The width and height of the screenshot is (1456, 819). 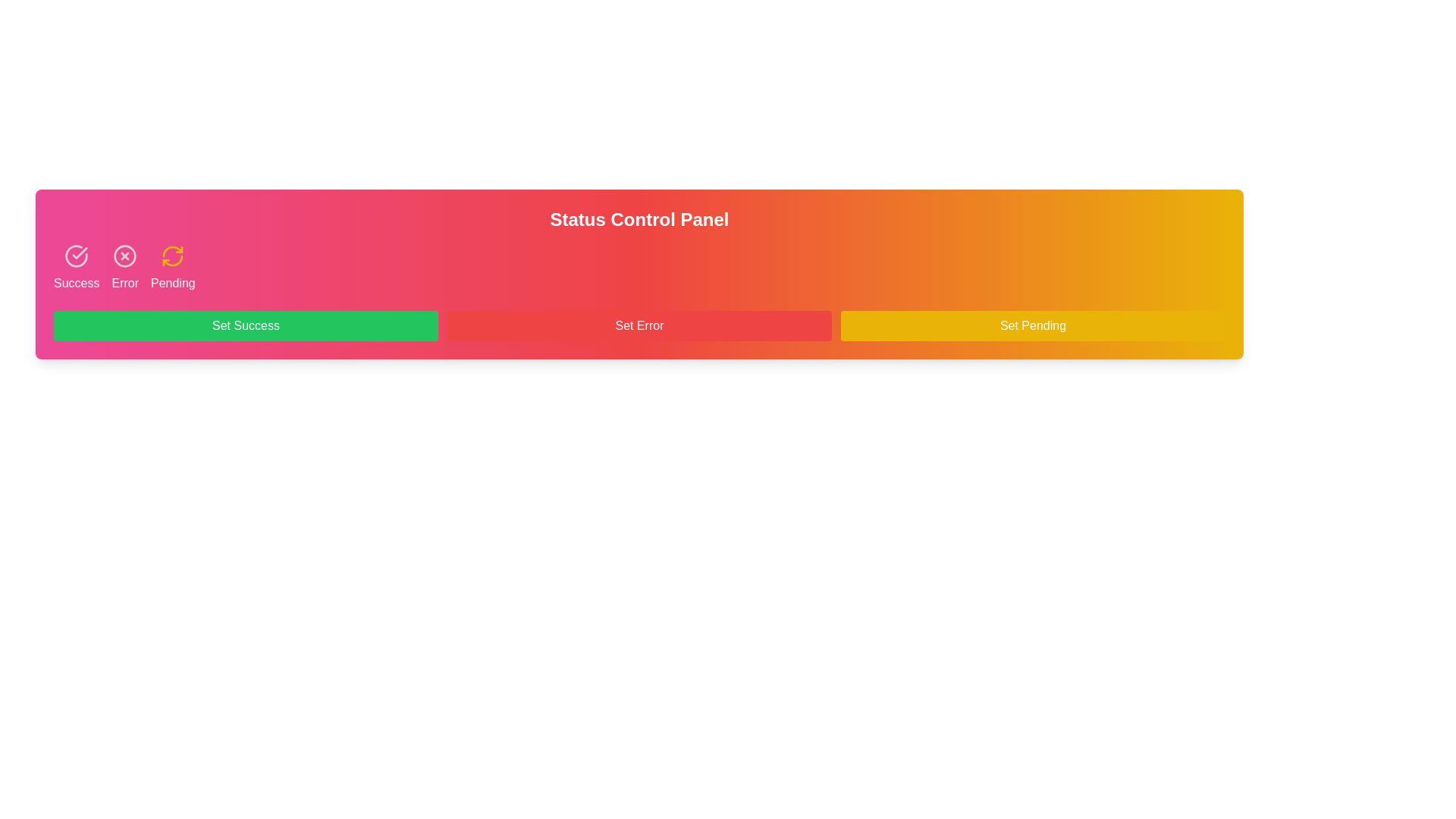 I want to click on the 'Success' text label, which is displayed in white font on a pink background and located below a check mark icon, so click(x=76, y=284).